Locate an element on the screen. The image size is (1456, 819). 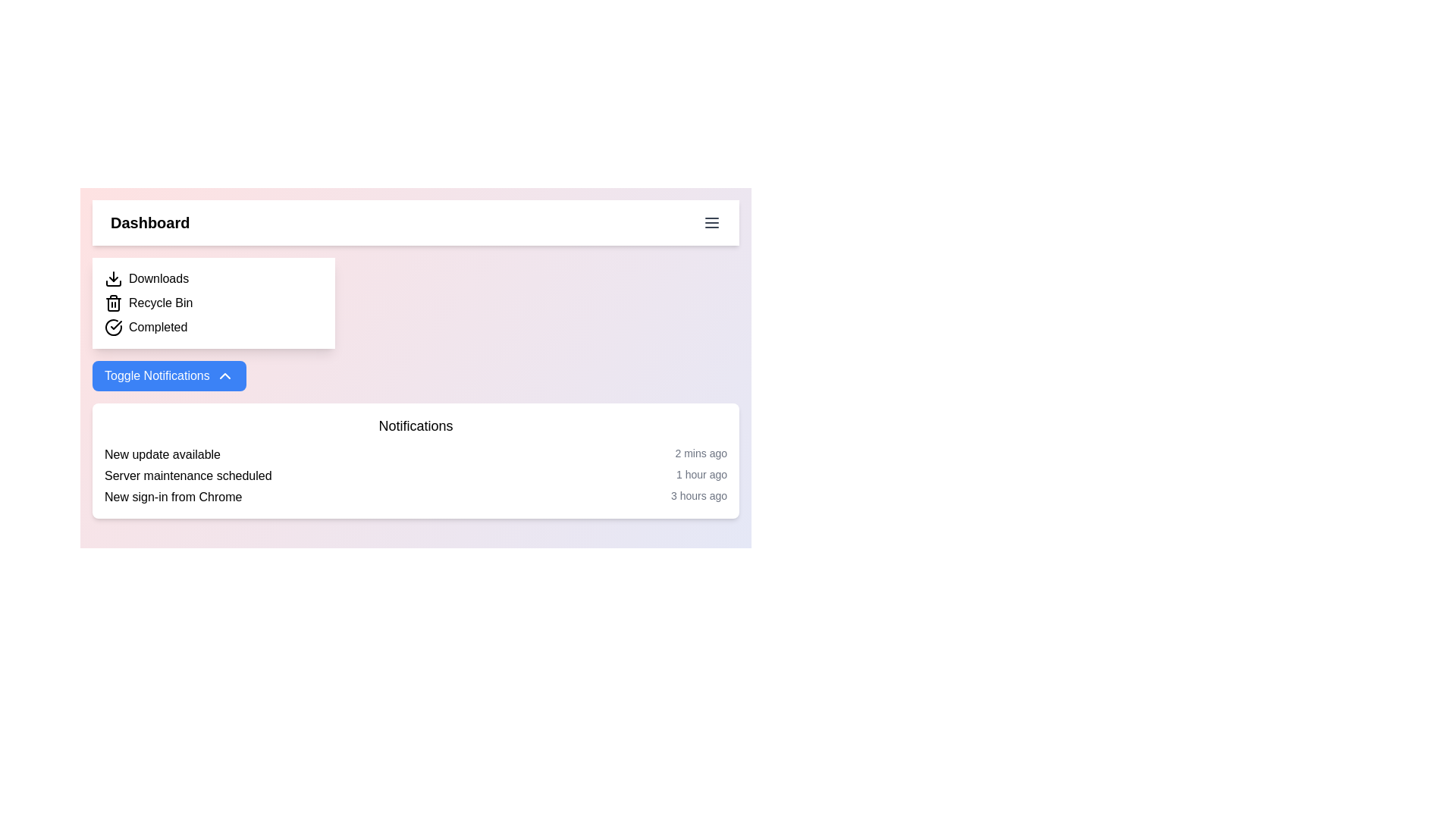
the trash can icon located in the vertical side menu is located at coordinates (112, 304).